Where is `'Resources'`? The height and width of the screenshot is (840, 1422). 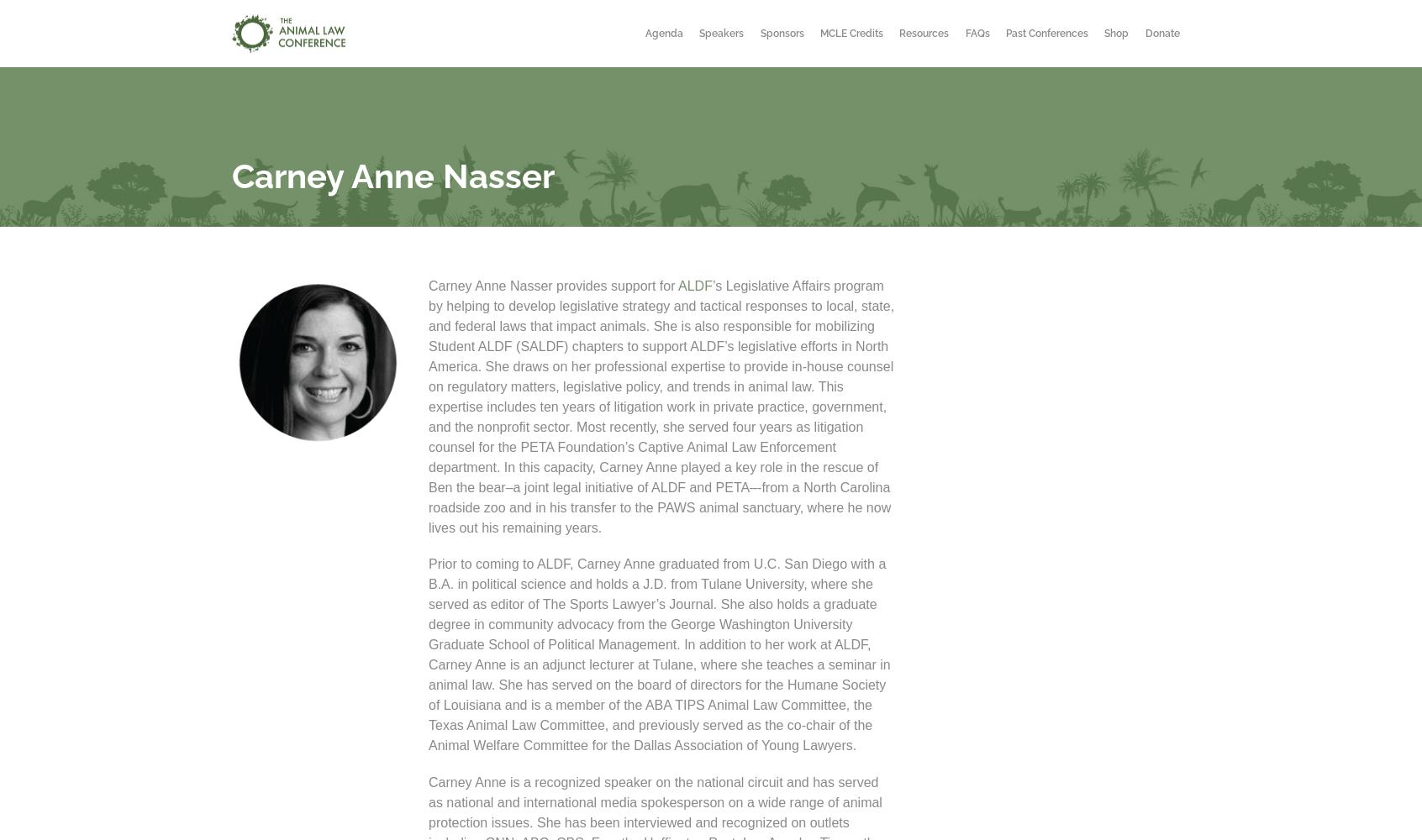 'Resources' is located at coordinates (924, 34).